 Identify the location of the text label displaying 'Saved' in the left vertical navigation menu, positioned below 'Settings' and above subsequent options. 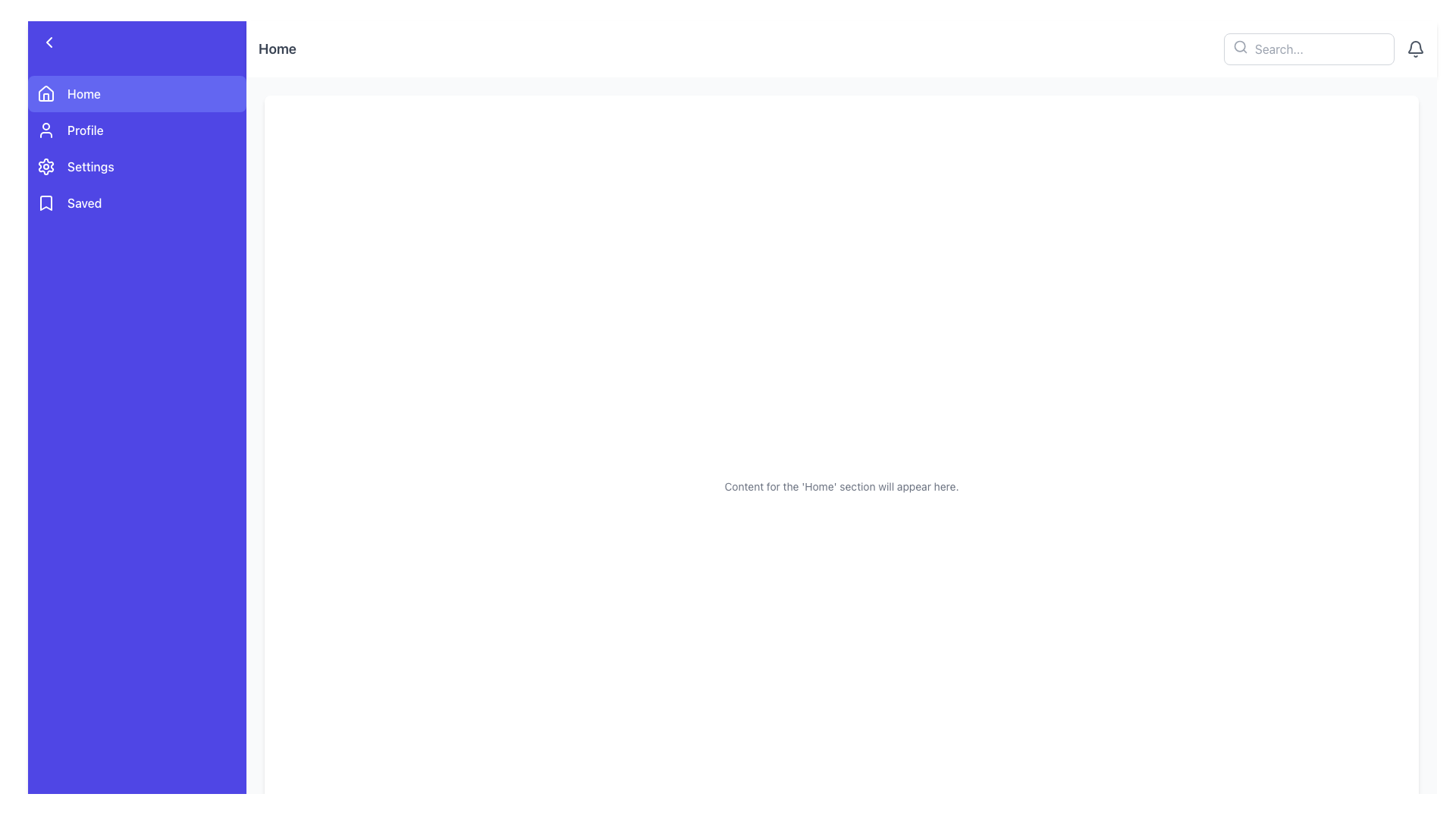
(83, 202).